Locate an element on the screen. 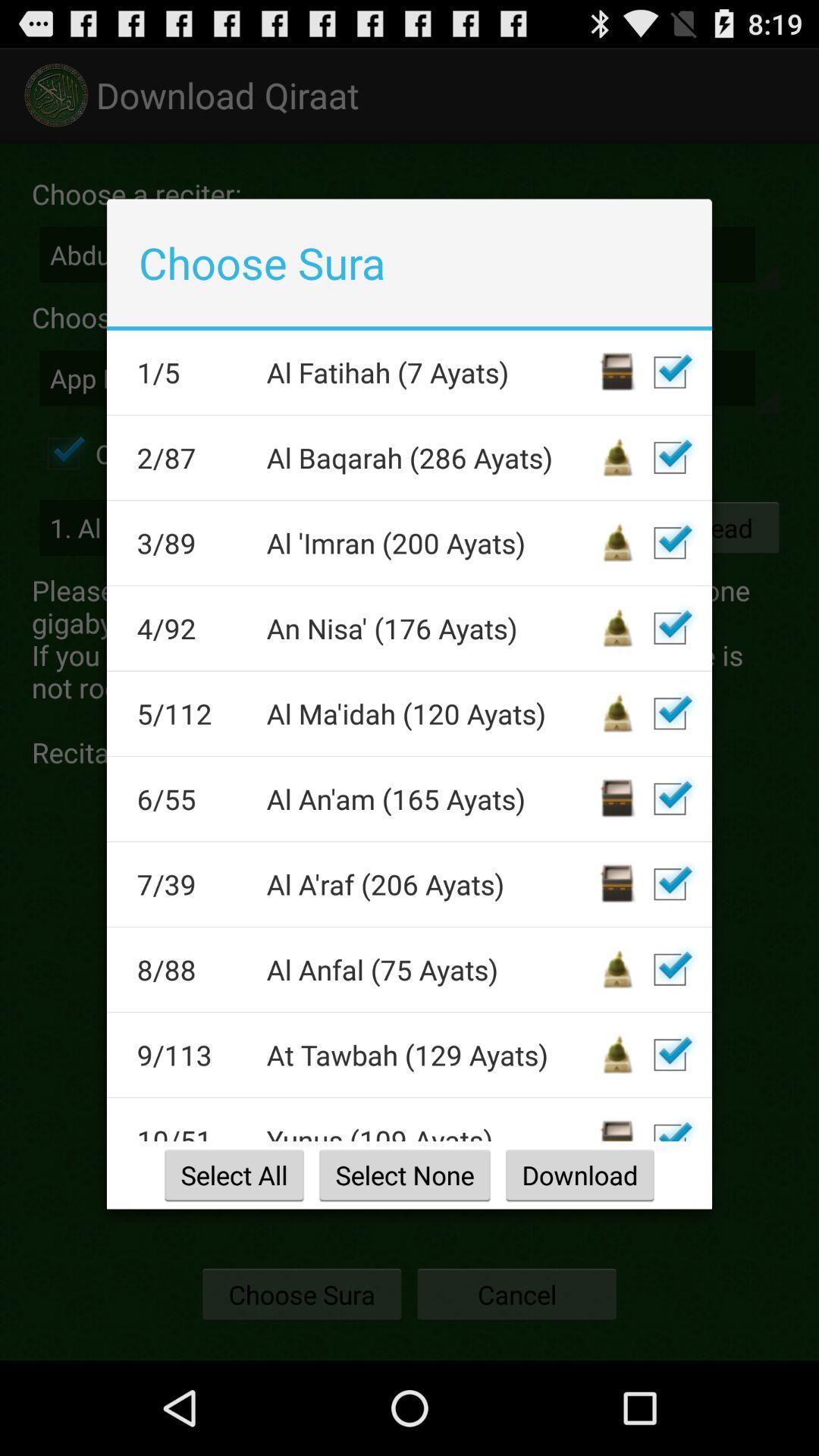  tick box is located at coordinates (669, 798).